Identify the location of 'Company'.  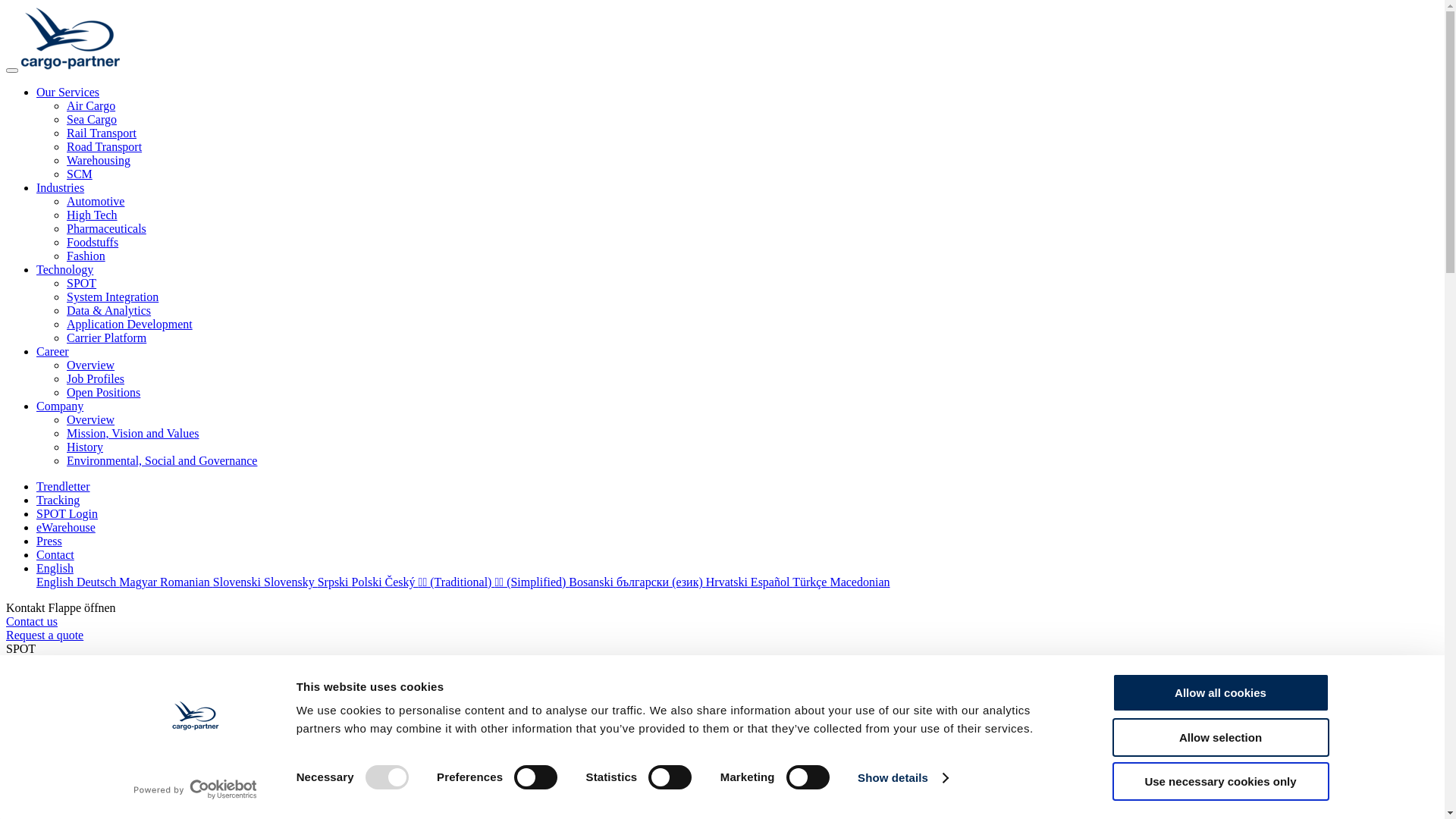
(59, 405).